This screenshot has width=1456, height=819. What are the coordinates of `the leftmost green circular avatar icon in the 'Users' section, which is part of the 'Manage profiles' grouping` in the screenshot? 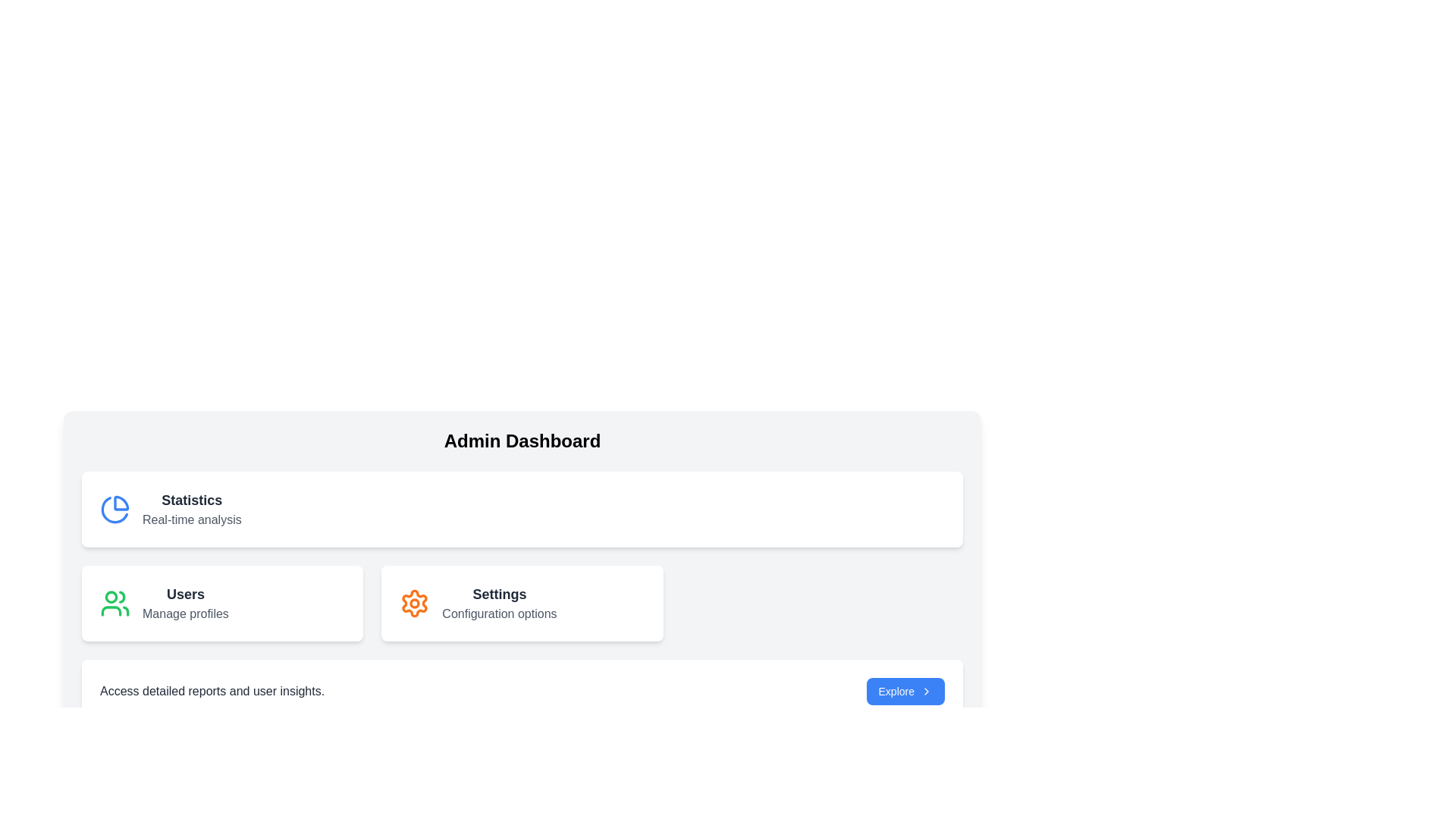 It's located at (111, 595).